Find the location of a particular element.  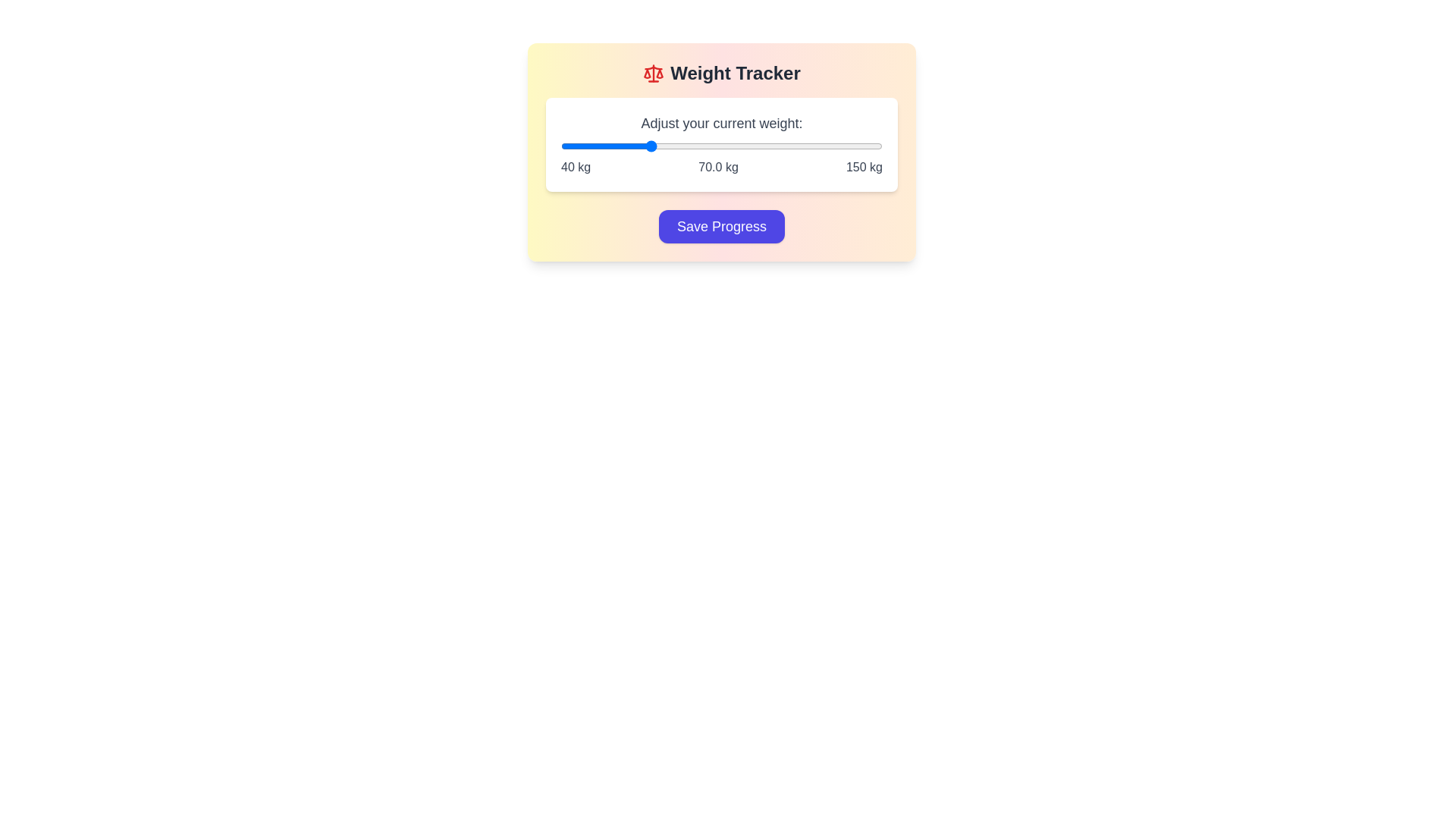

the weight slider to 119 kg is located at coordinates (791, 146).